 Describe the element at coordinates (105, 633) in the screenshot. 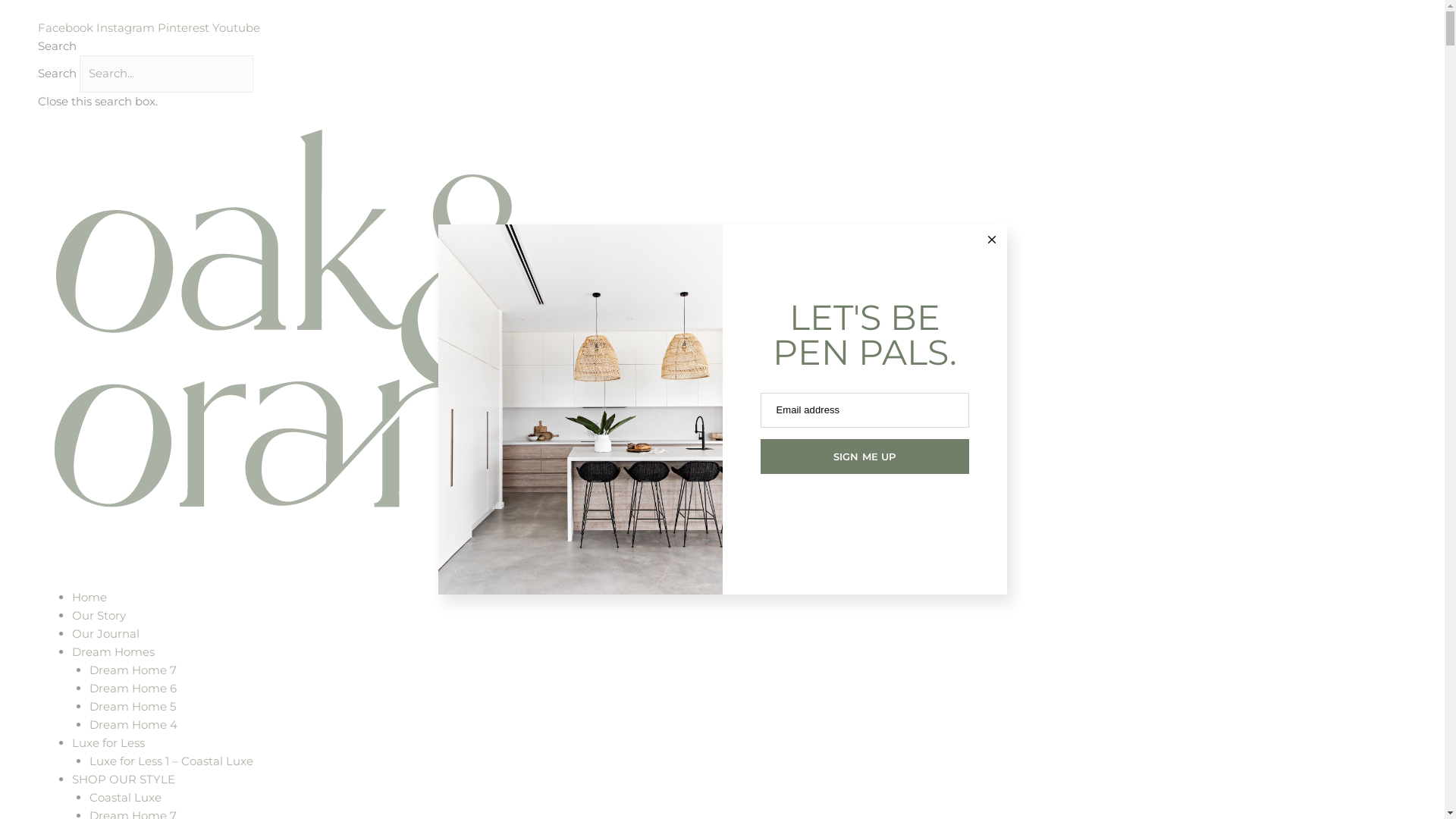

I see `'Our Journal'` at that location.